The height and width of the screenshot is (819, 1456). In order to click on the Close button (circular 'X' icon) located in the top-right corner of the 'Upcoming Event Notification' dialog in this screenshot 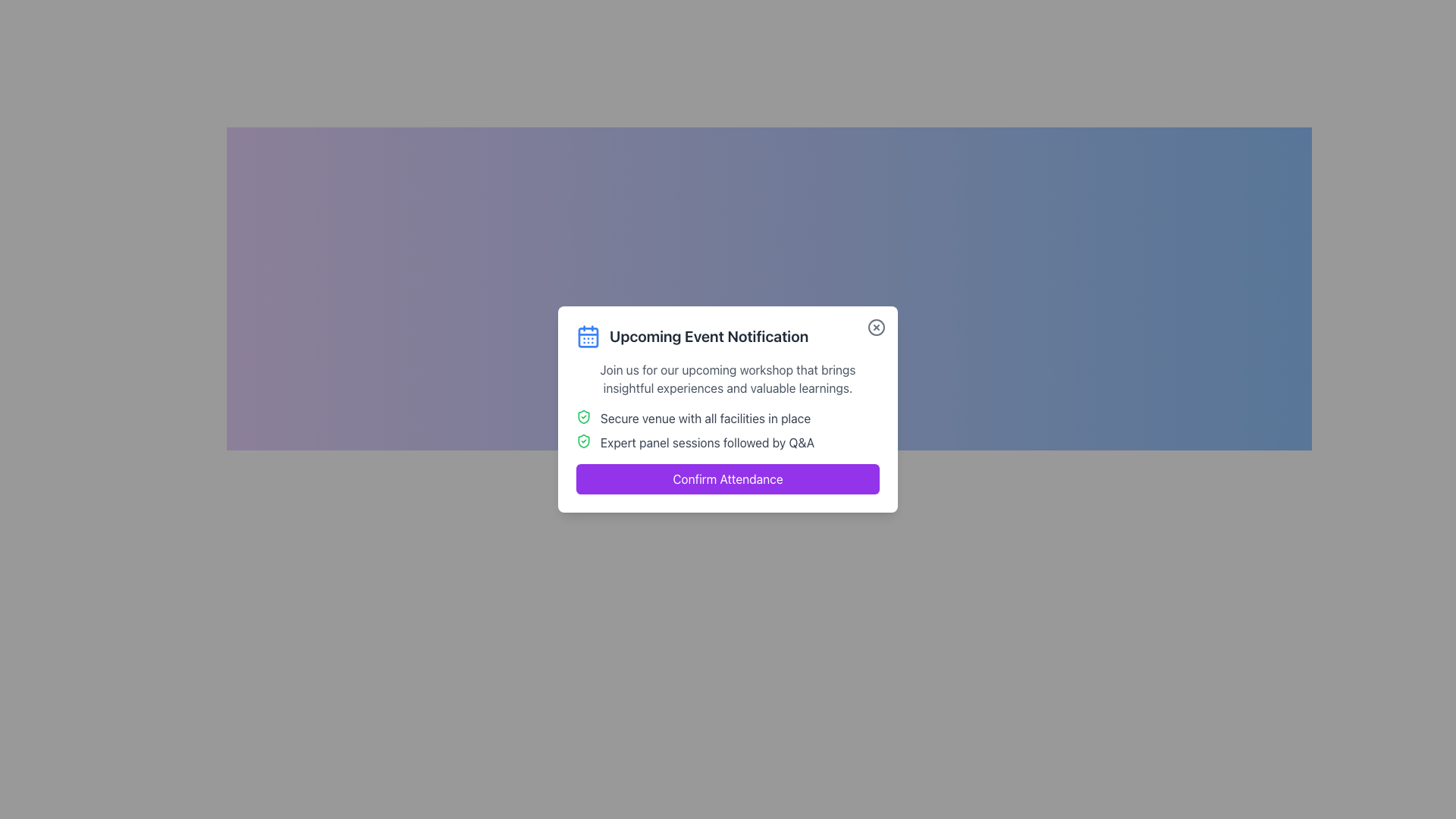, I will do `click(877, 327)`.